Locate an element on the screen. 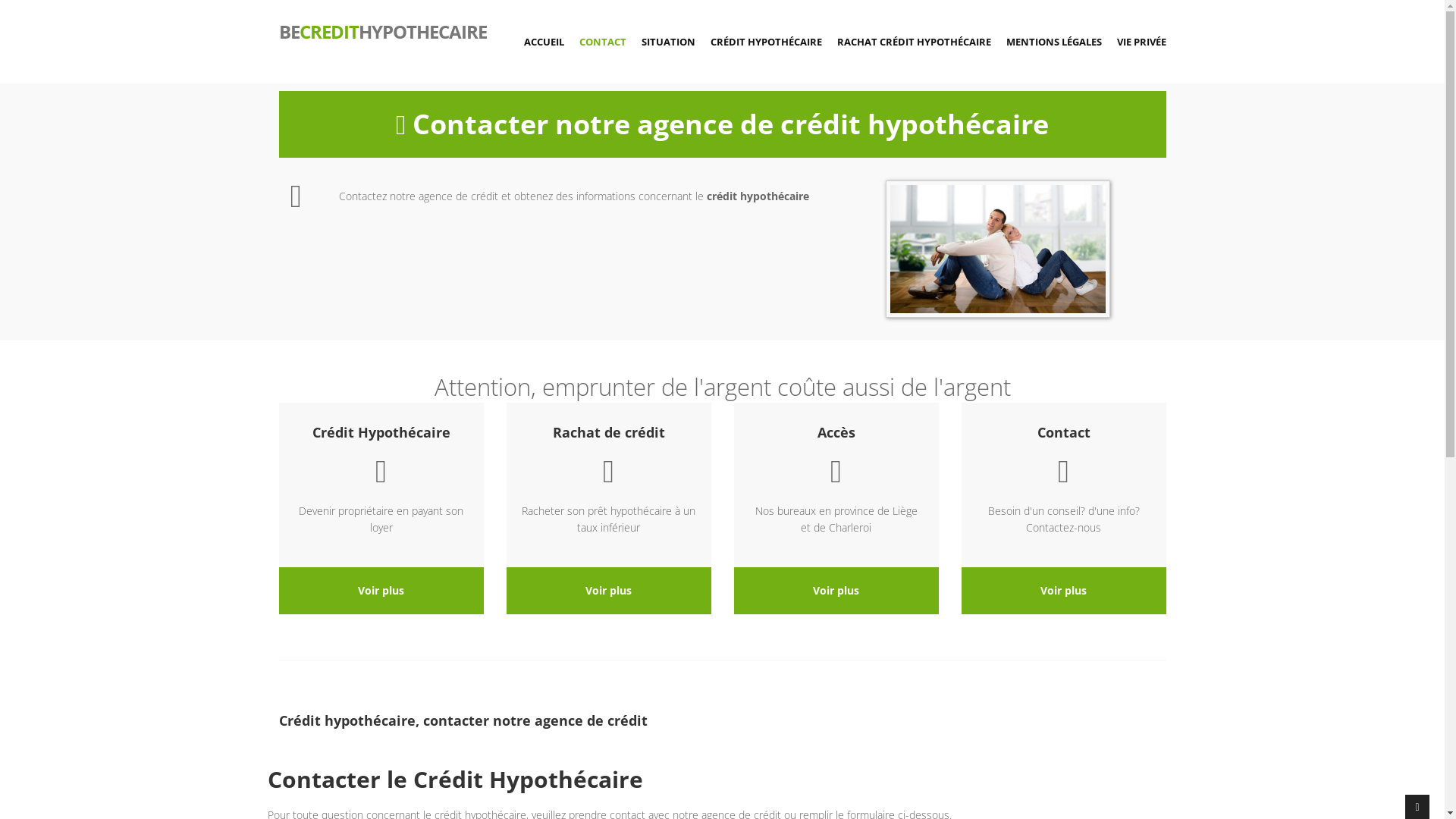  'SITUATION' is located at coordinates (667, 40).